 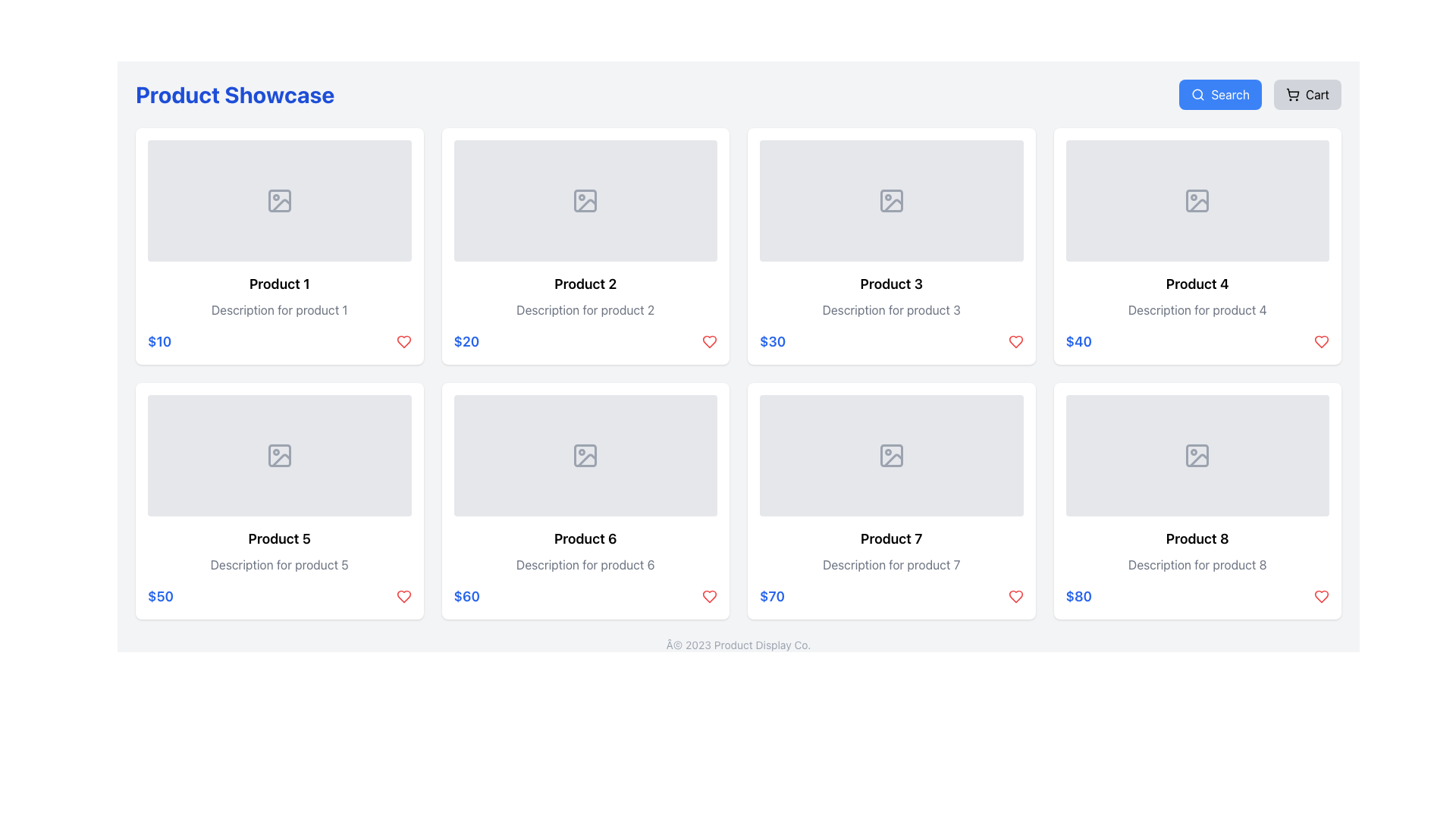 I want to click on the image placeholder for 'Product 8', which is located at the top of the card in the bottom-right corner of the product grid, so click(x=1197, y=455).